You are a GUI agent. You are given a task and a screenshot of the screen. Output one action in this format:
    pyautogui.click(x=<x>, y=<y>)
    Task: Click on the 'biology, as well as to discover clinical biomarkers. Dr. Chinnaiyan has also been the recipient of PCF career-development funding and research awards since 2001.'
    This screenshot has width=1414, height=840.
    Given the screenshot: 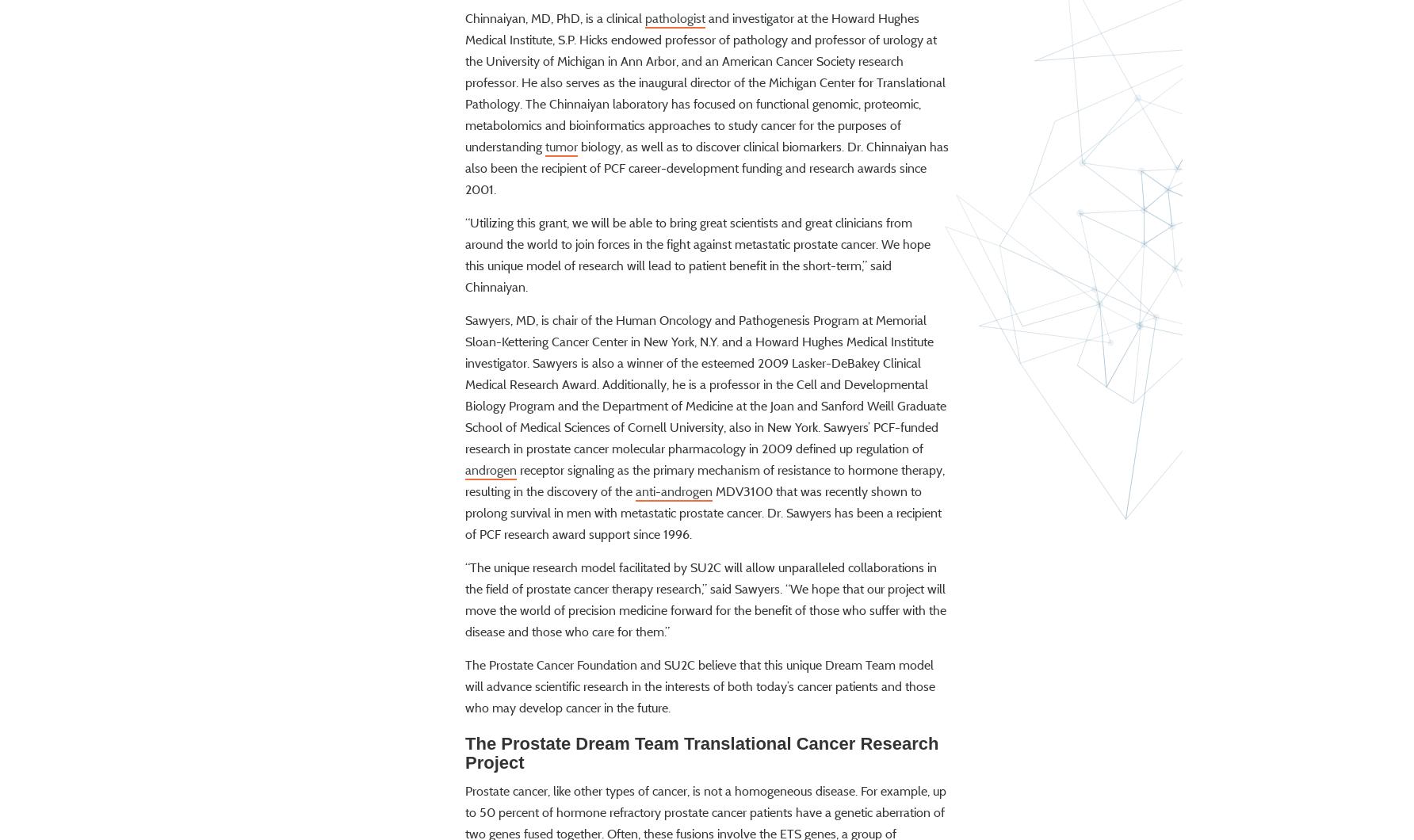 What is the action you would take?
    pyautogui.click(x=707, y=213)
    